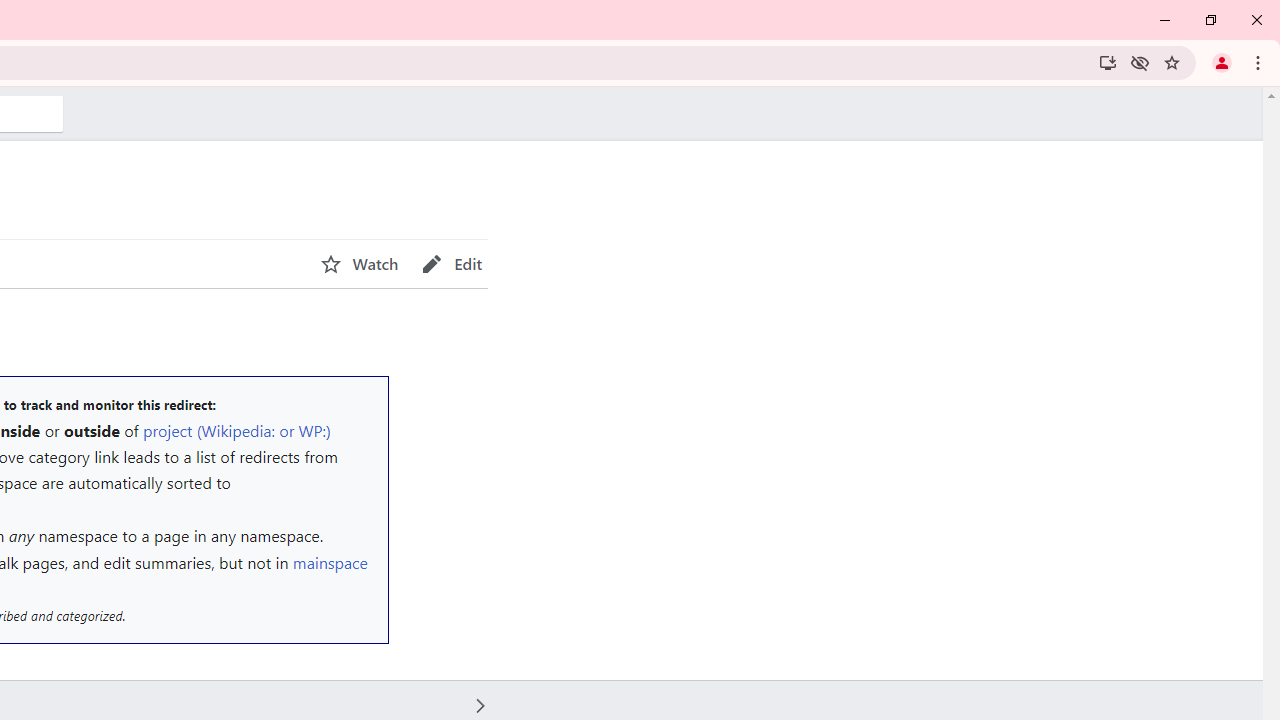 The width and height of the screenshot is (1280, 720). I want to click on 'AutomationID: page-actions-watch', so click(359, 263).